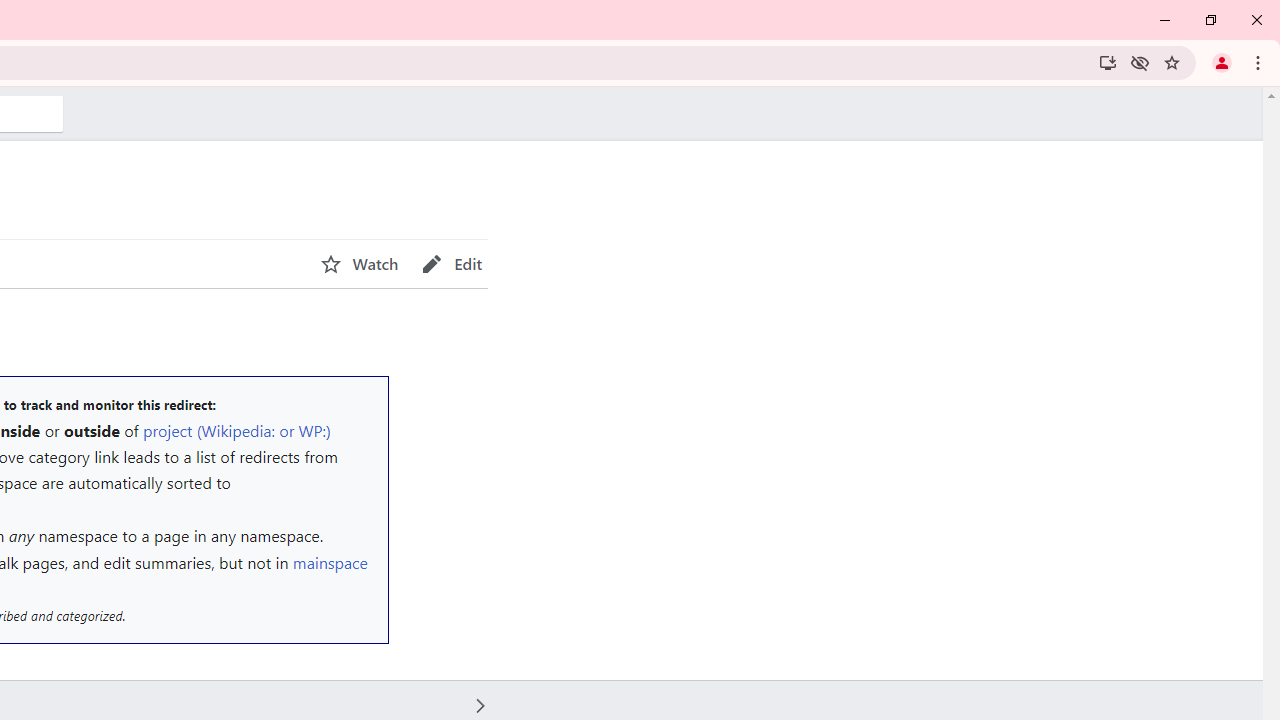 The width and height of the screenshot is (1280, 720). I want to click on 'AutomationID: page-actions-watch', so click(359, 263).